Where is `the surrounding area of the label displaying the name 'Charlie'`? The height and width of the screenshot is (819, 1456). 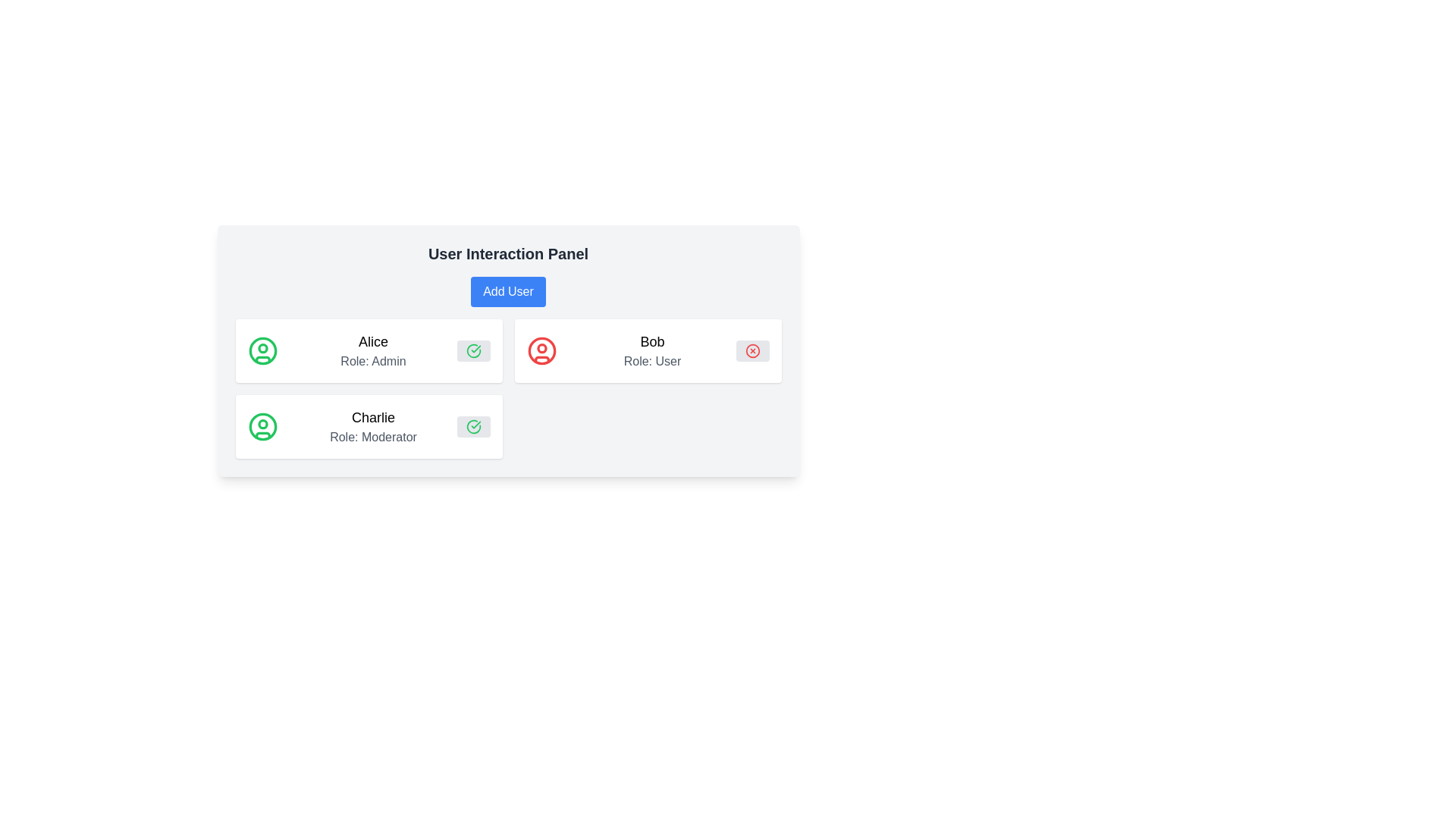
the surrounding area of the label displaying the name 'Charlie' is located at coordinates (373, 418).